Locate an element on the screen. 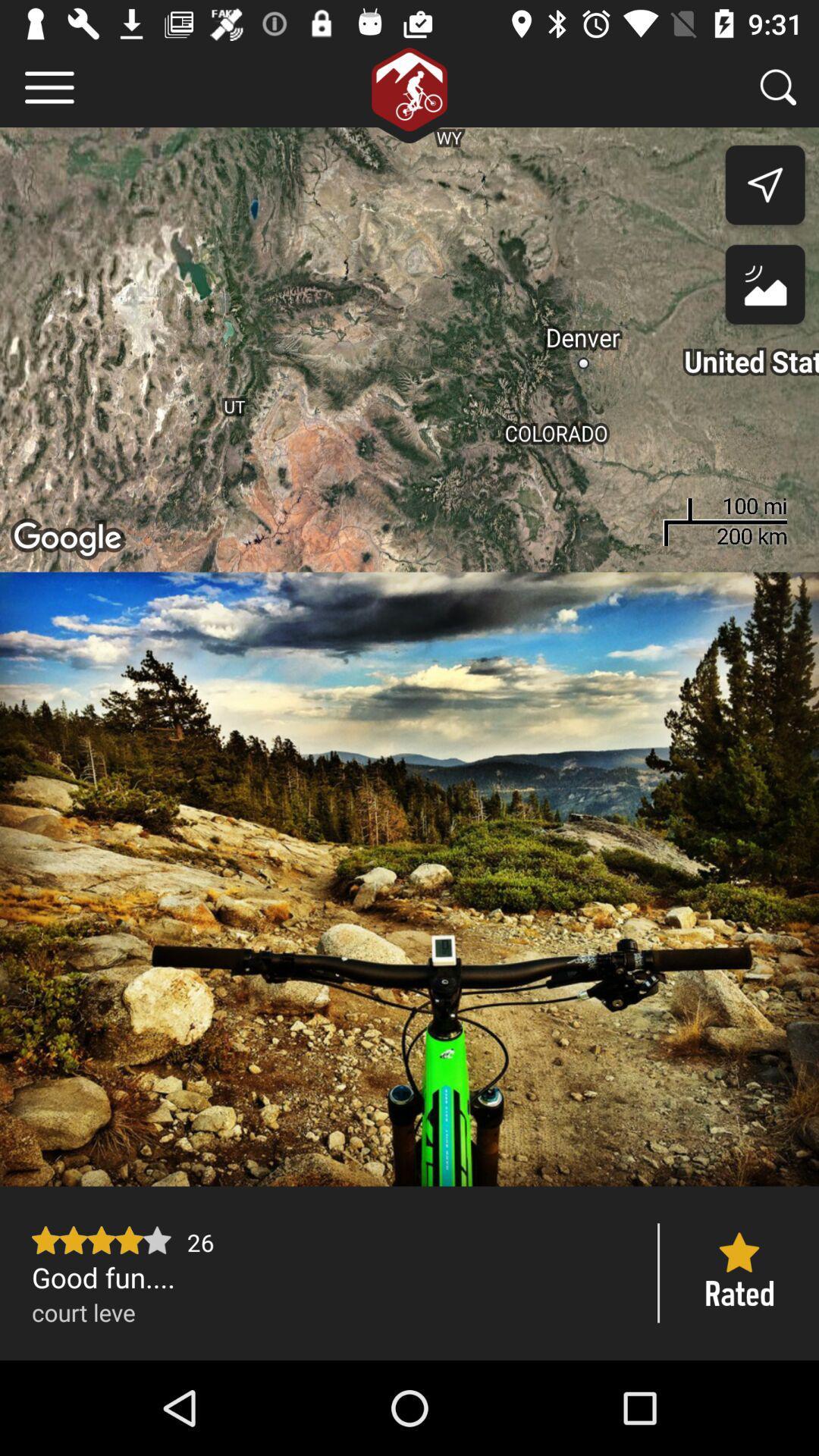 The height and width of the screenshot is (1456, 819). the main menu is located at coordinates (49, 86).